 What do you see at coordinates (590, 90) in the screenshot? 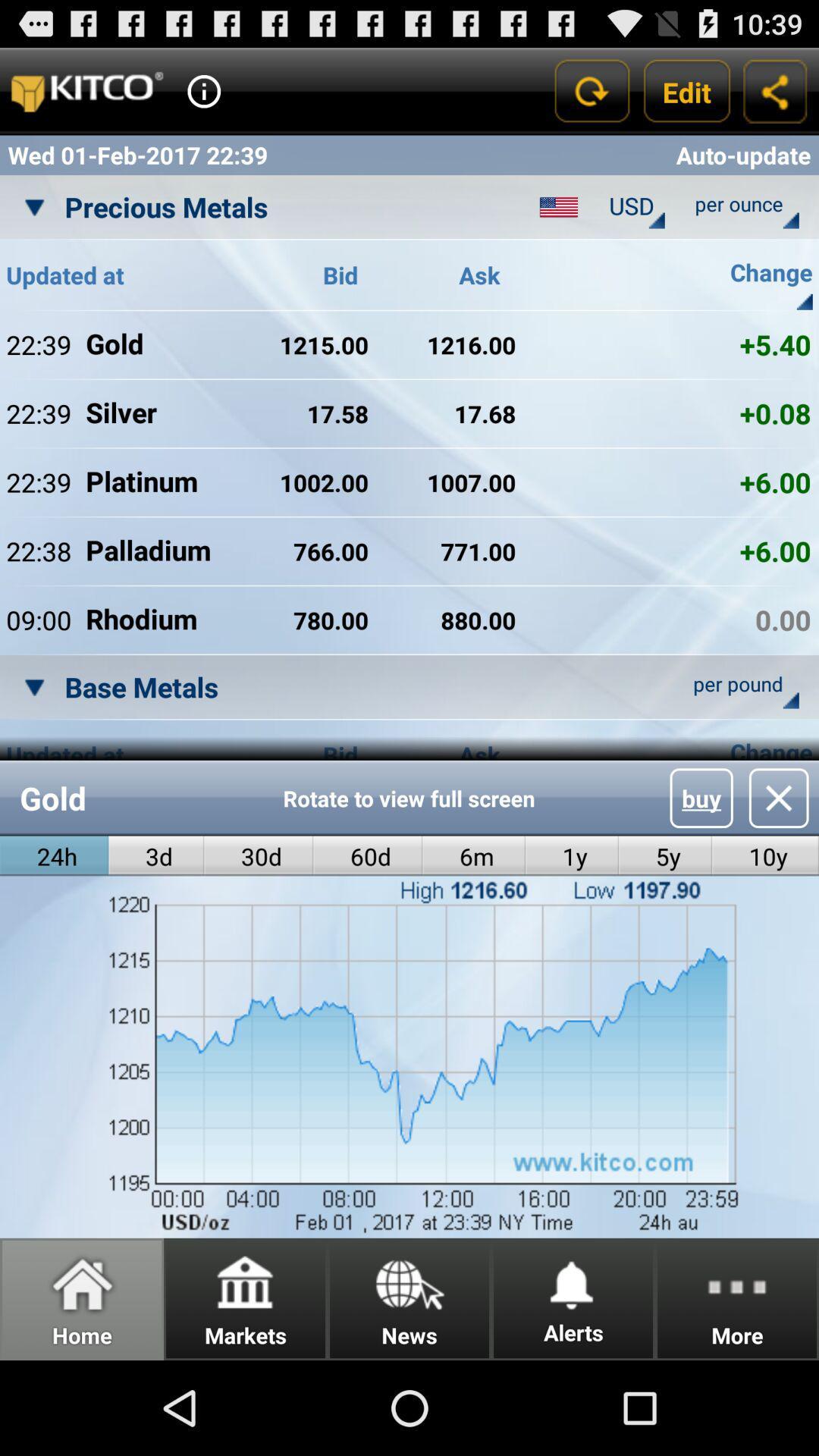
I see `refresh` at bounding box center [590, 90].